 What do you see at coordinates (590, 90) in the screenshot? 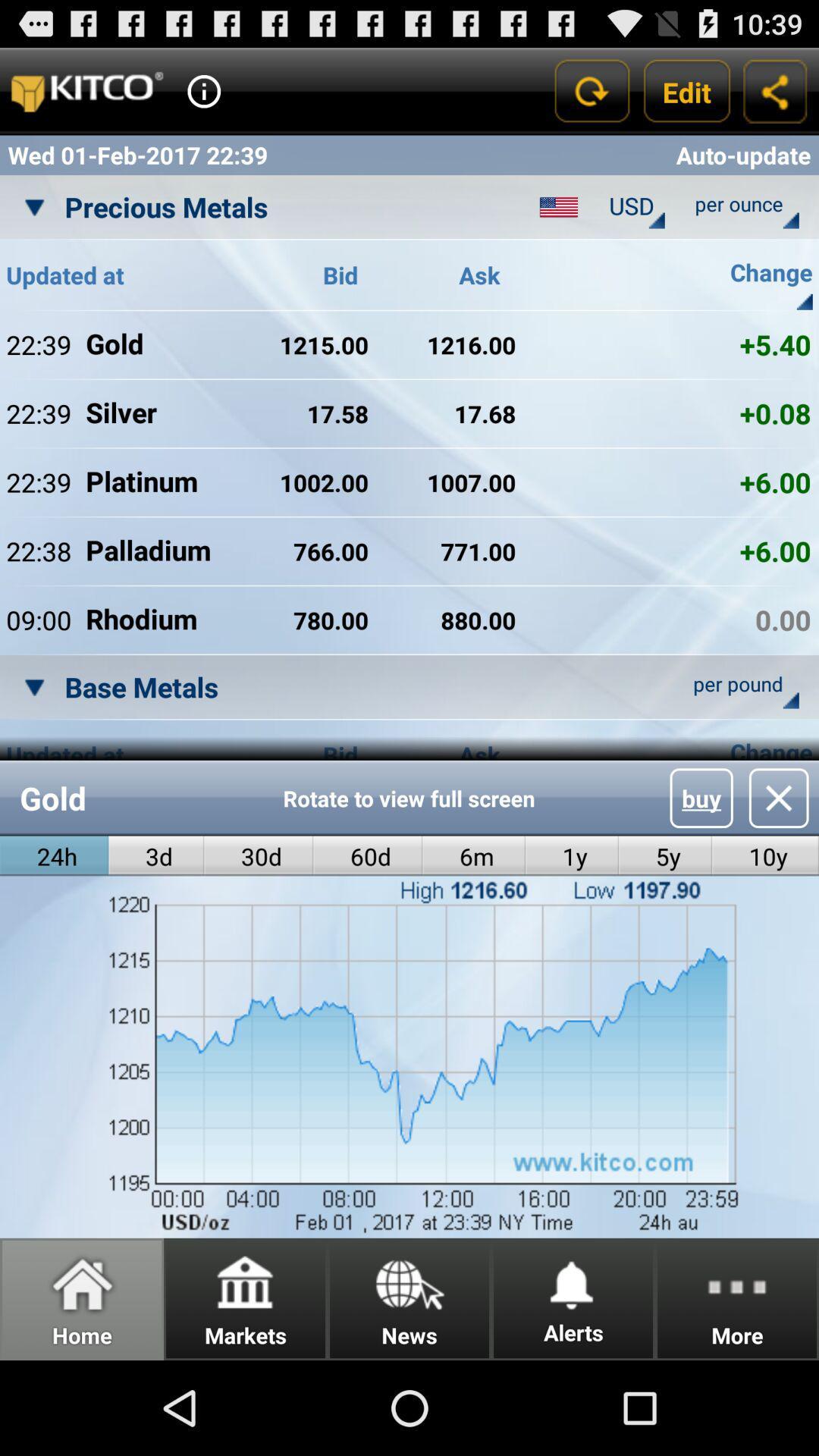
I see `refresh` at bounding box center [590, 90].